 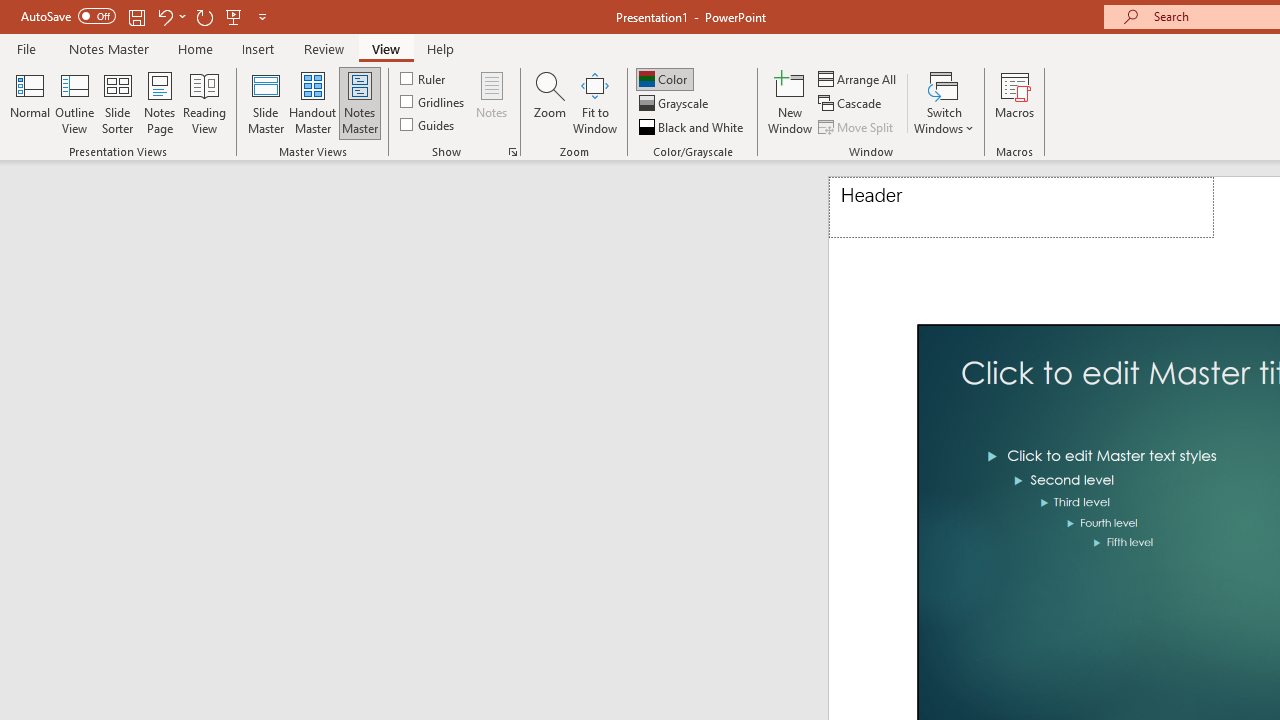 I want to click on 'Macros', so click(x=1015, y=103).